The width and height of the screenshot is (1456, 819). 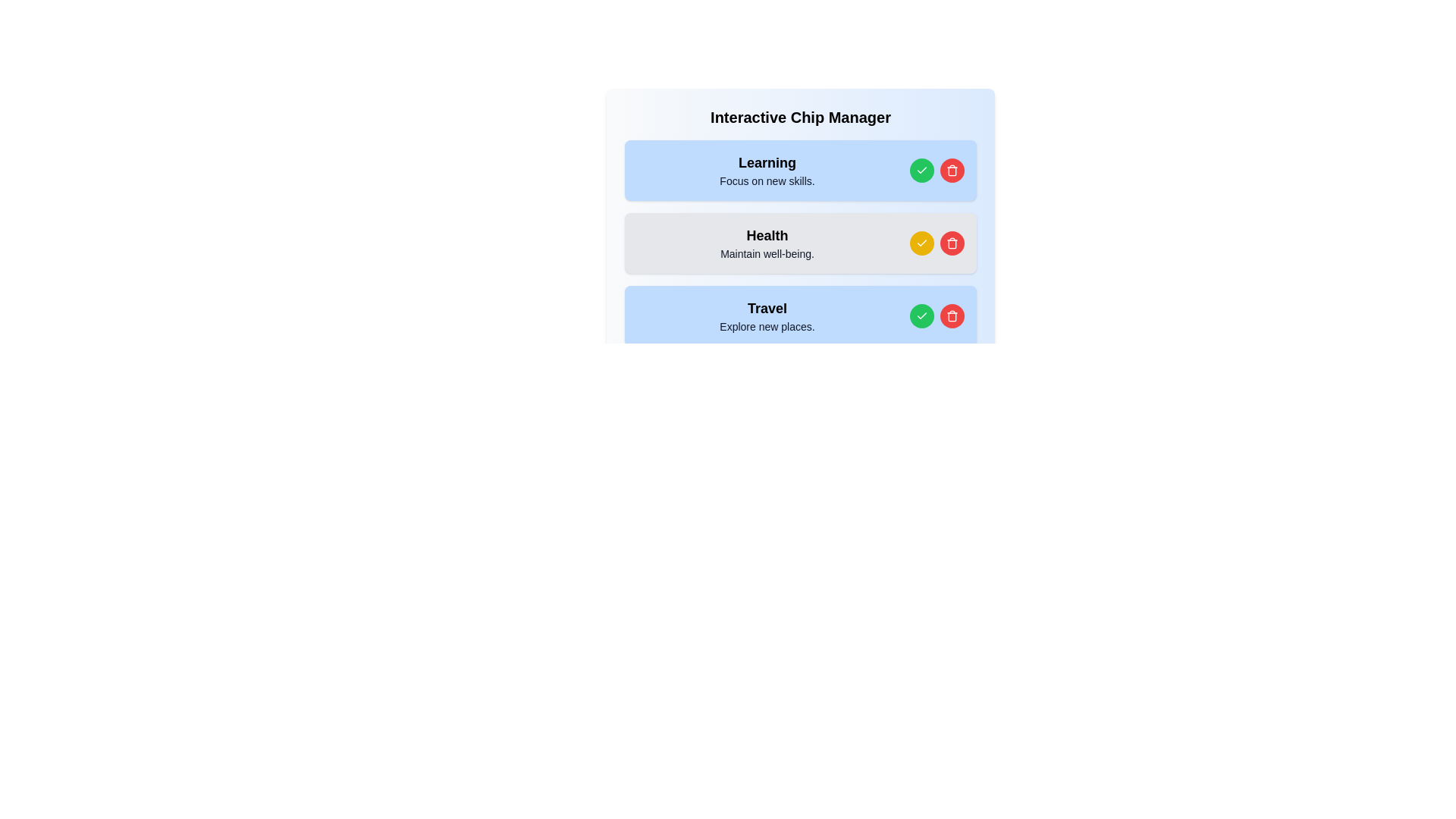 I want to click on delete button for the chip labeled Health, so click(x=952, y=242).